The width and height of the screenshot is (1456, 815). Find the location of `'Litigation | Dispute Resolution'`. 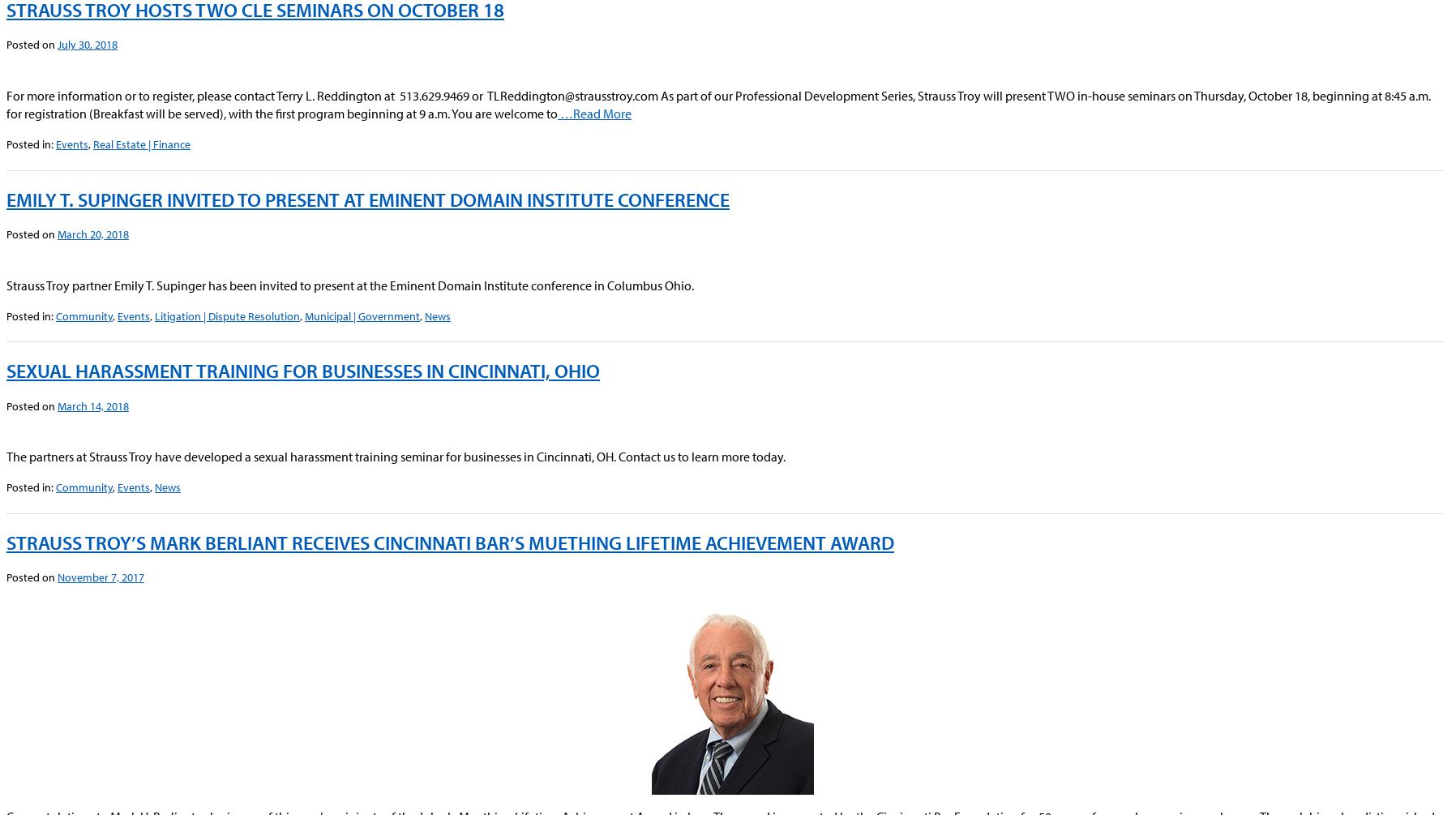

'Litigation | Dispute Resolution' is located at coordinates (227, 315).